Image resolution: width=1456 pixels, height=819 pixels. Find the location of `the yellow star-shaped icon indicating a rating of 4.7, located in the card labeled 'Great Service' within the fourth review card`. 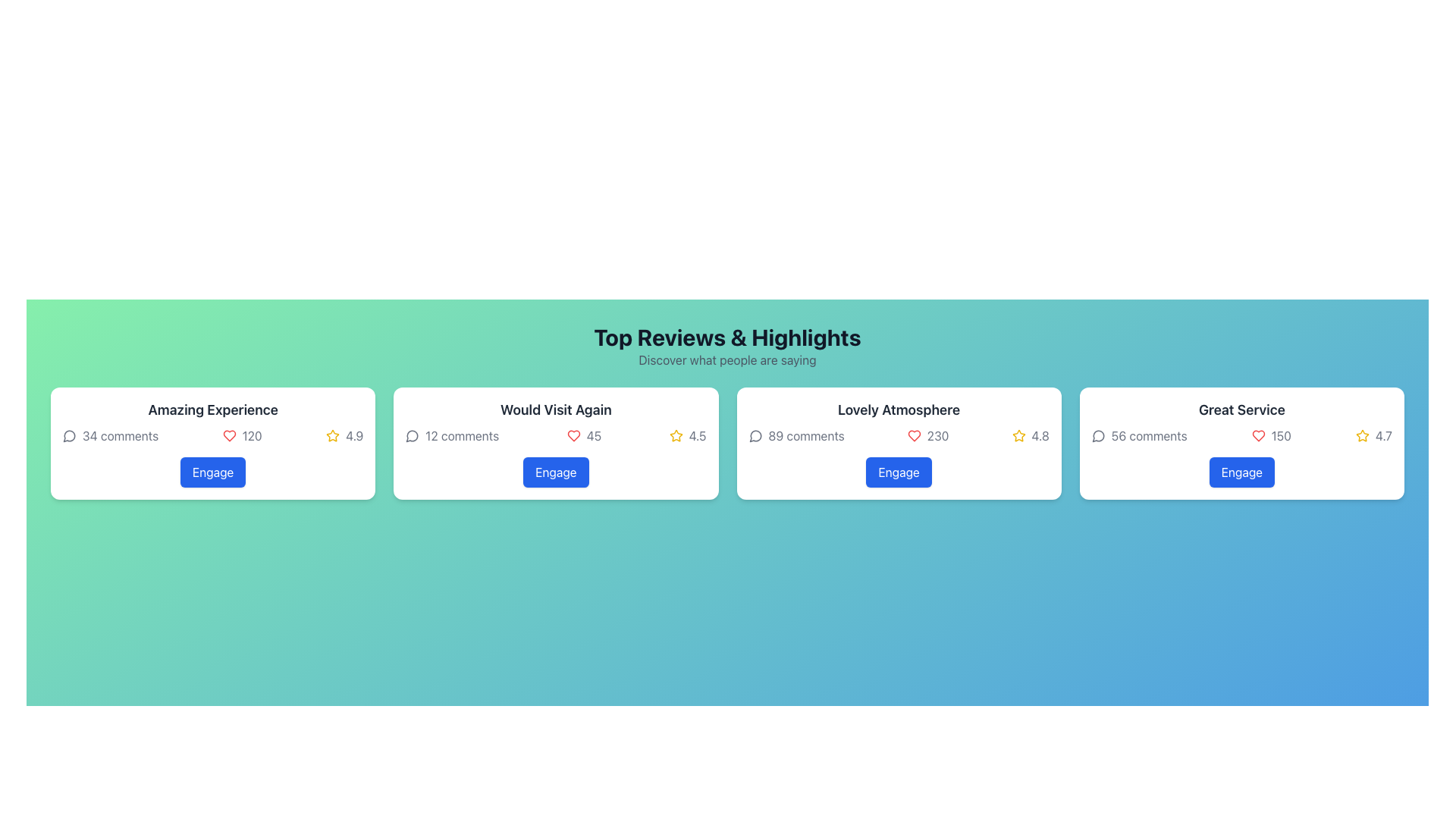

the yellow star-shaped icon indicating a rating of 4.7, located in the card labeled 'Great Service' within the fourth review card is located at coordinates (1362, 435).